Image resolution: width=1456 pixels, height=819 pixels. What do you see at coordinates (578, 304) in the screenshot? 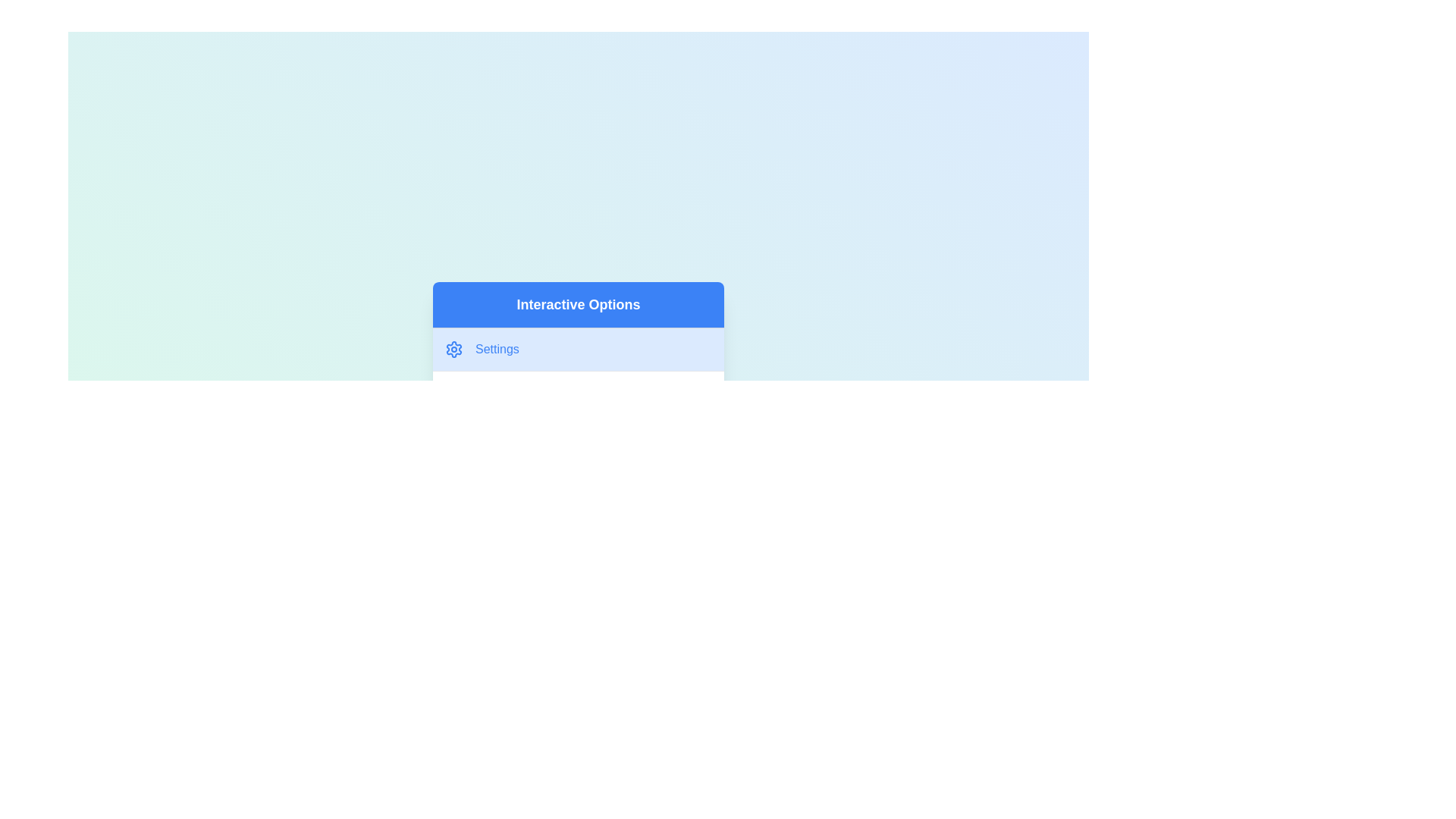
I see `the menu header labeled 'Interactive Options'` at bounding box center [578, 304].